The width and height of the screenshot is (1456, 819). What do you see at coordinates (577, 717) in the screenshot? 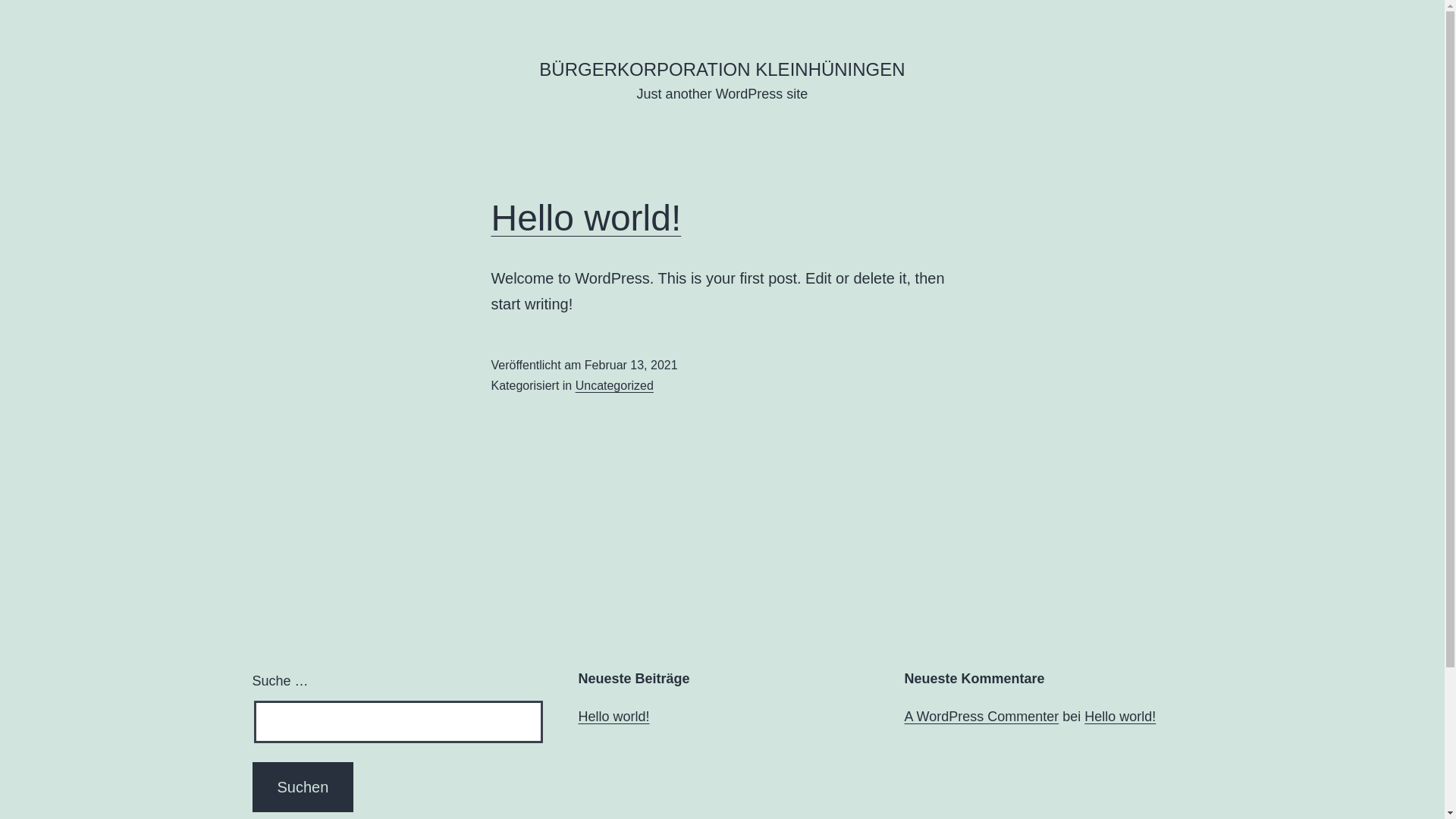
I see `'Hello world!'` at bounding box center [577, 717].